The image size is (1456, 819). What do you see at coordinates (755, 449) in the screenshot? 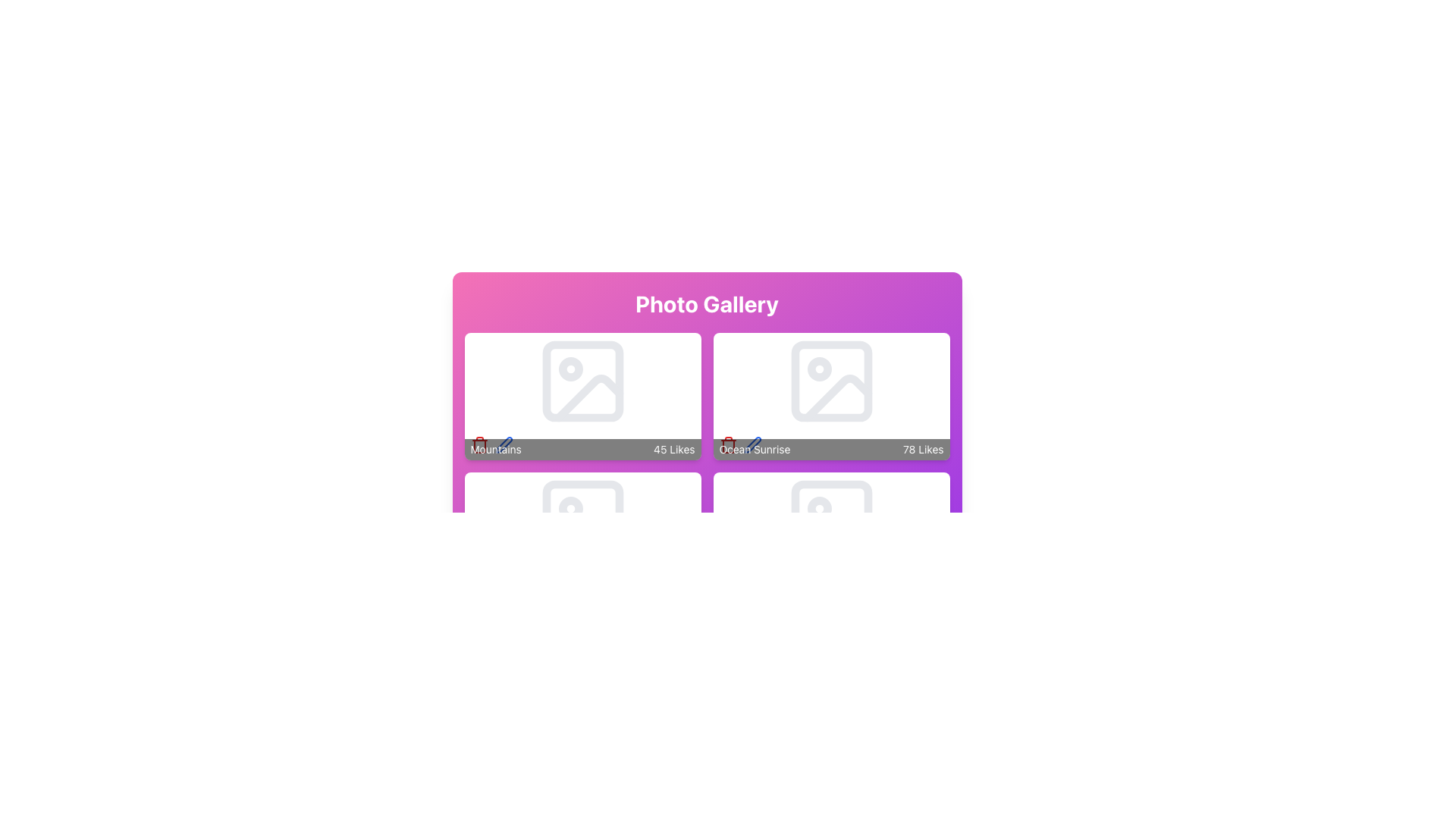
I see `text from the Text Label displaying 'Ocean Sunrise' in white against a black semi-transparent background, positioned next to the '78 Likes' element in the bottom-right quadrant` at bounding box center [755, 449].